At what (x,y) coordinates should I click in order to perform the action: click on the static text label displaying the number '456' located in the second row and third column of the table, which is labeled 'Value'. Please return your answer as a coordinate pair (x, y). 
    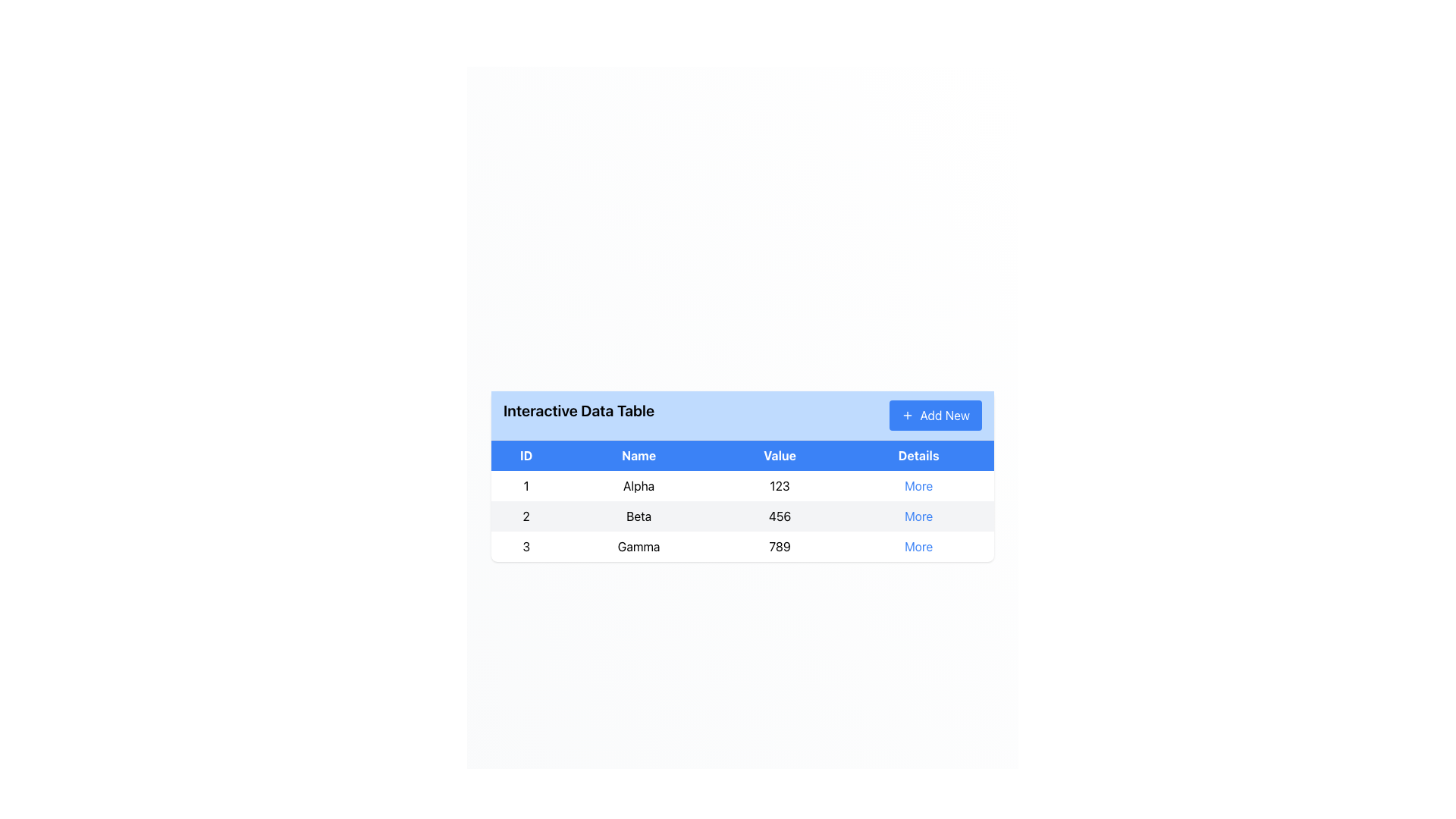
    Looking at the image, I should click on (780, 515).